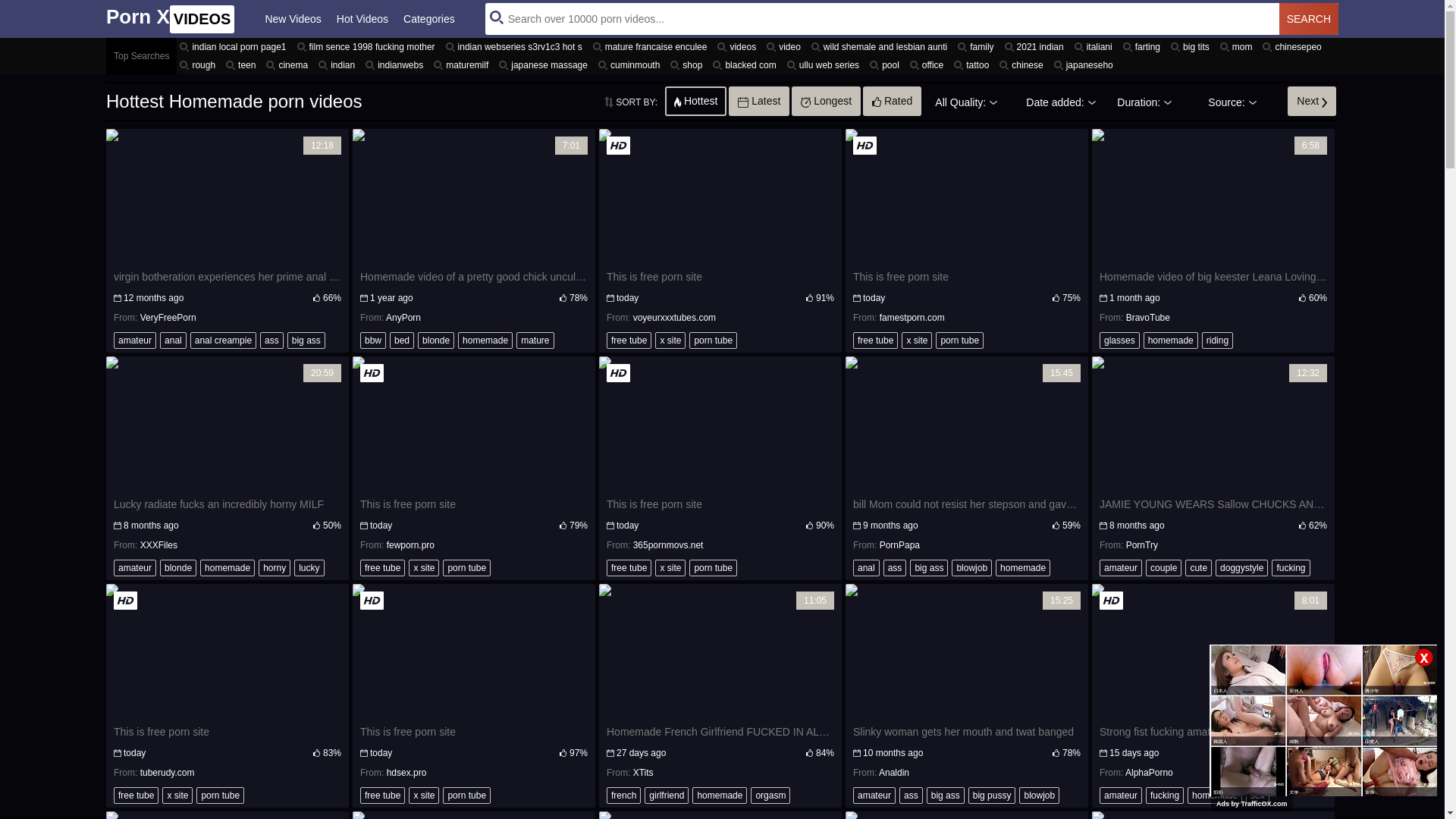 The image size is (1456, 819). Describe the element at coordinates (1197, 567) in the screenshot. I see `'cute'` at that location.